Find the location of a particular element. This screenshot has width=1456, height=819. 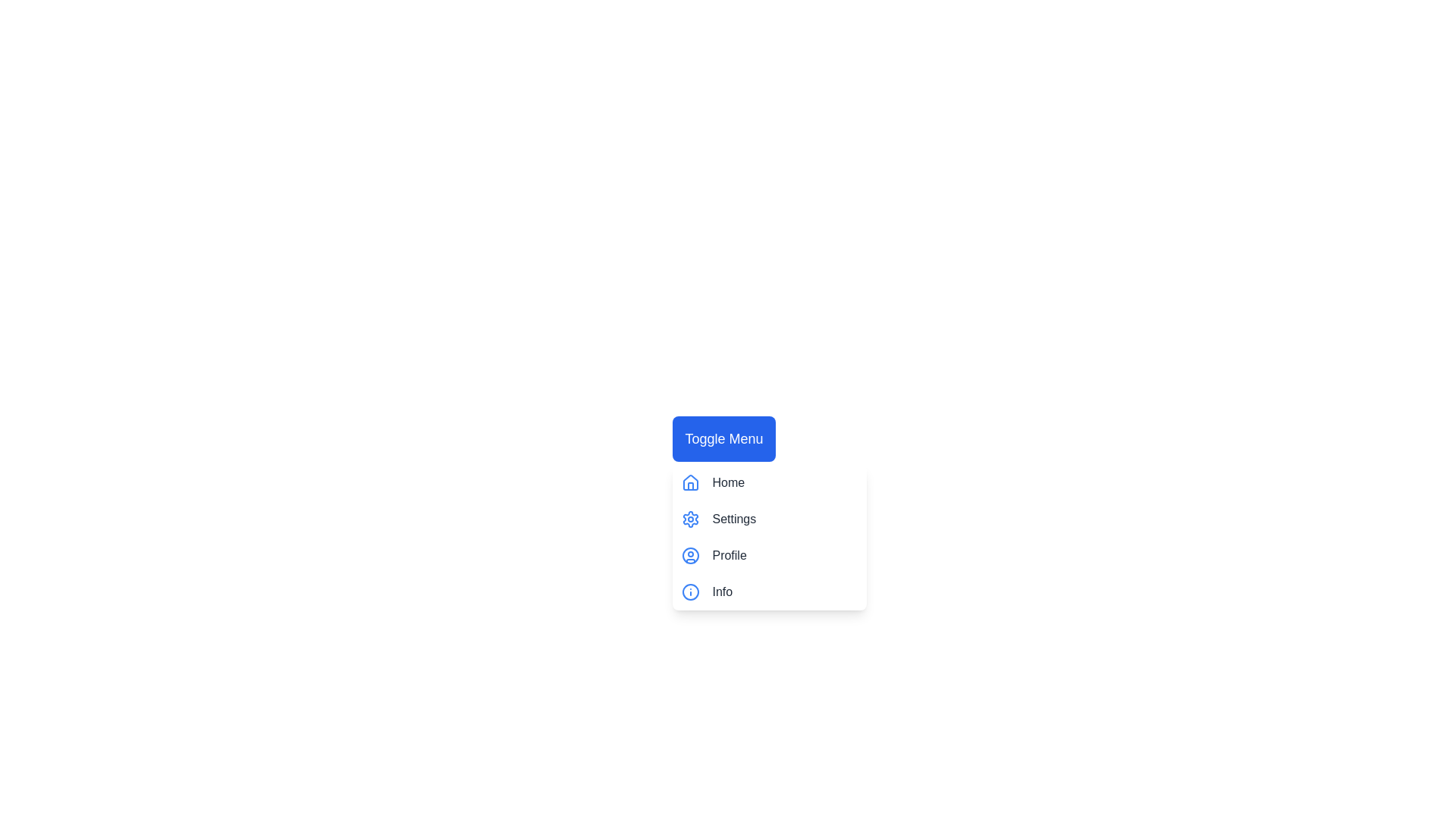

the menu item Profile by clicking on it is located at coordinates (769, 555).